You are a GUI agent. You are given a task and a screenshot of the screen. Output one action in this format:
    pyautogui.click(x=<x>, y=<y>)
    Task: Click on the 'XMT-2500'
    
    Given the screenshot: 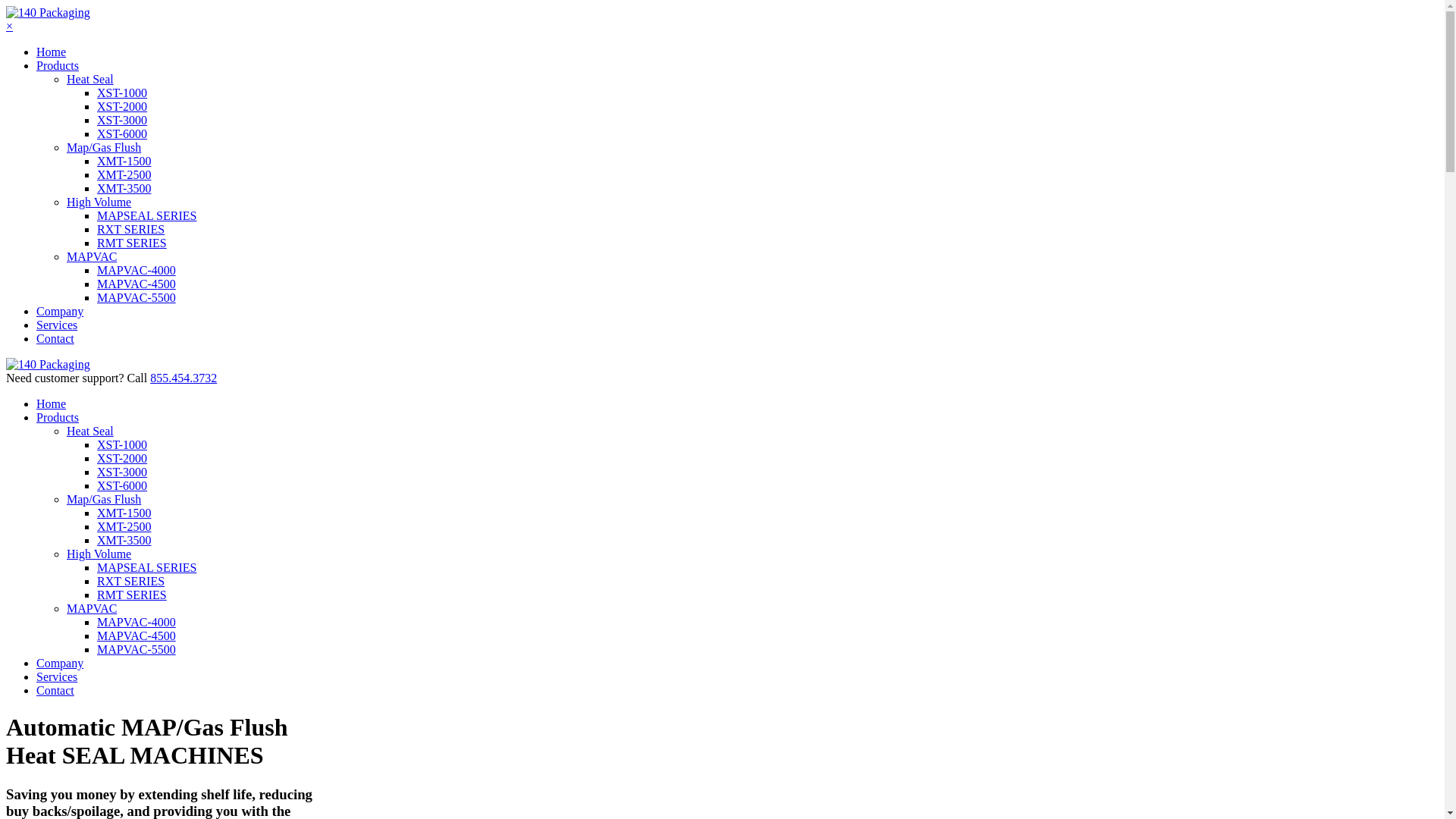 What is the action you would take?
    pyautogui.click(x=124, y=526)
    